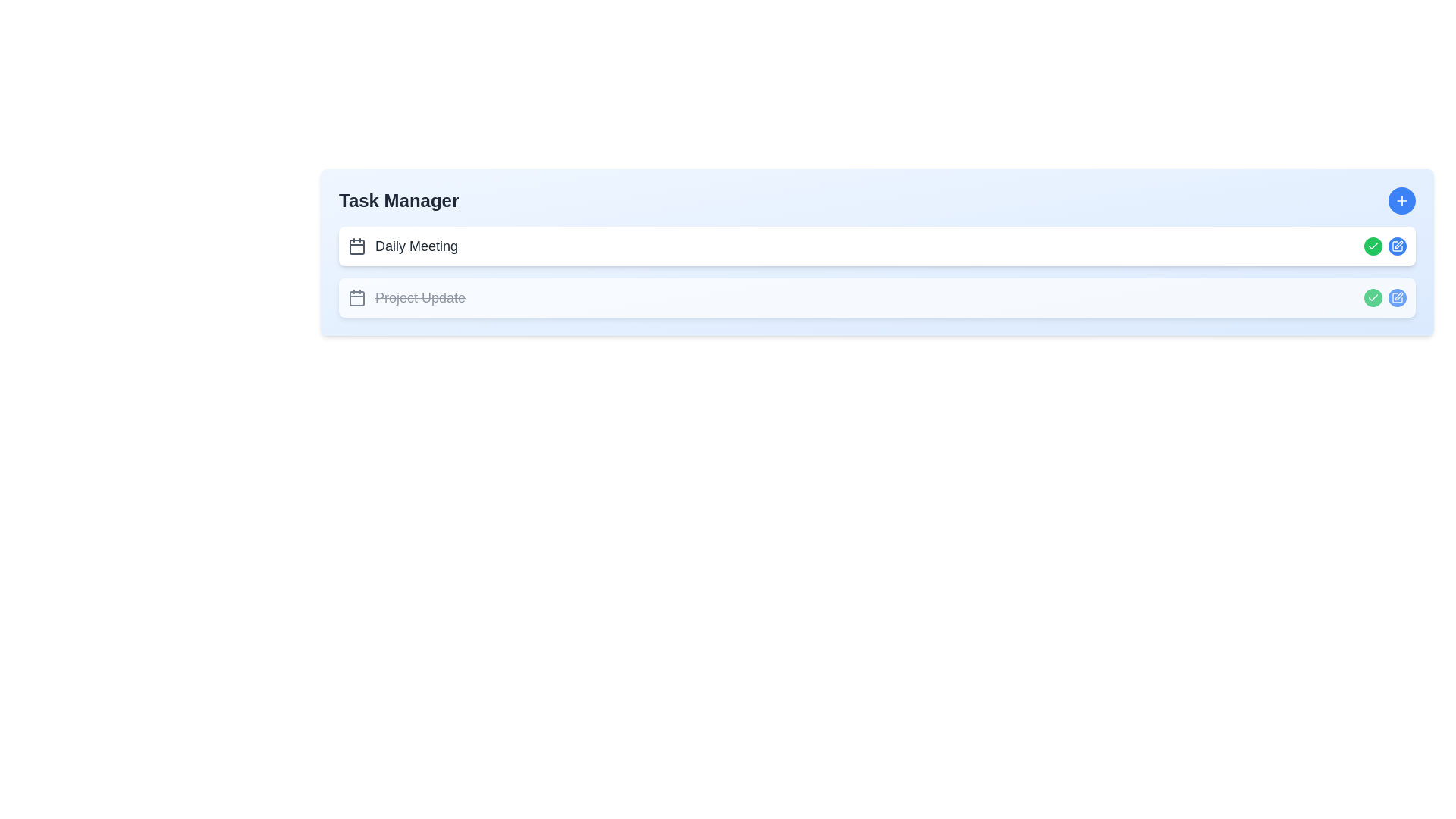 The width and height of the screenshot is (1456, 819). What do you see at coordinates (356, 298) in the screenshot?
I see `the highlighted date or event represented by the SVG rectangle element located in the lower central position of the calendar icon` at bounding box center [356, 298].